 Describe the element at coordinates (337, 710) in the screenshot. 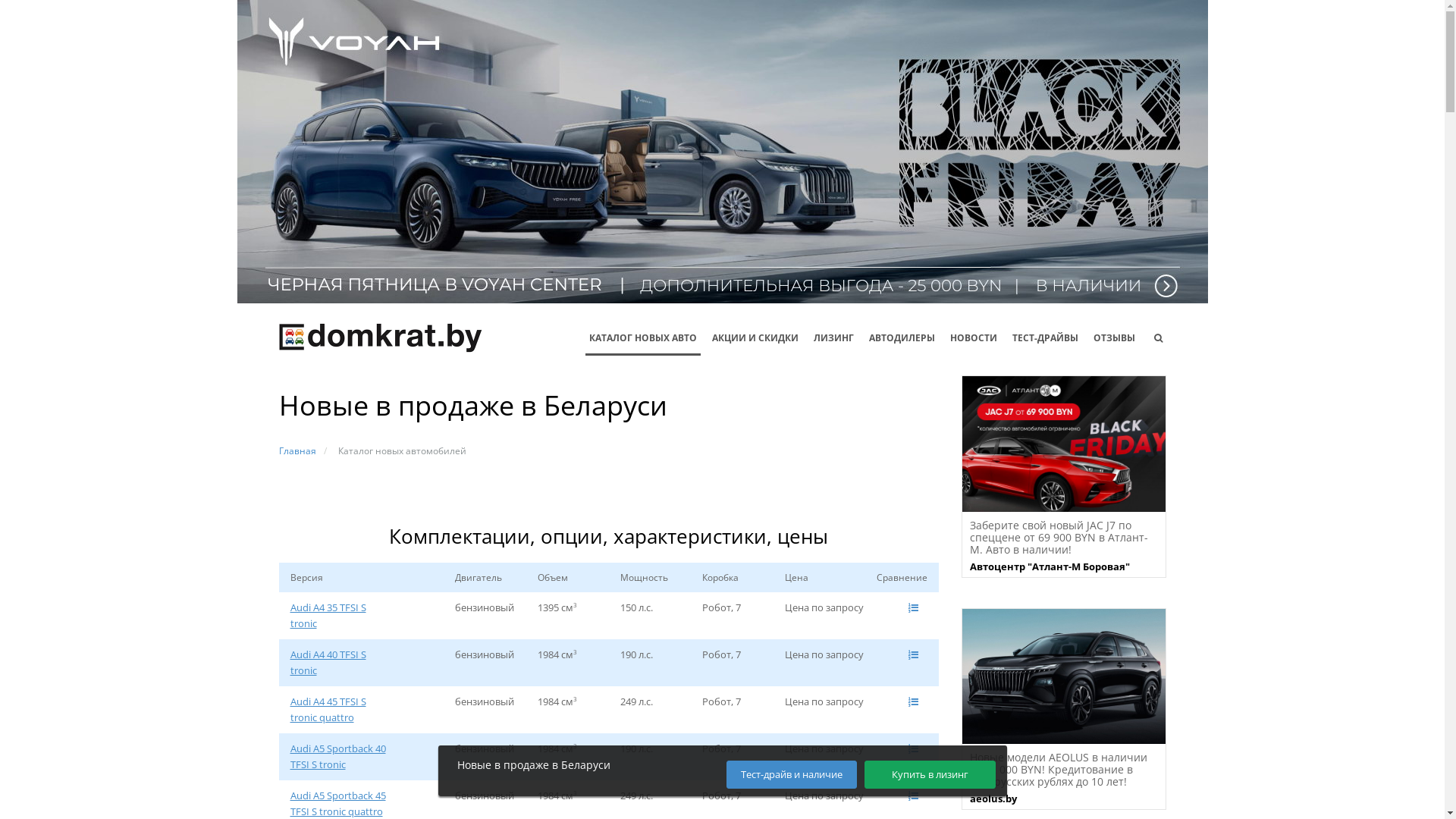

I see `'Audi A4 45 TFSI S tronic quattro'` at that location.